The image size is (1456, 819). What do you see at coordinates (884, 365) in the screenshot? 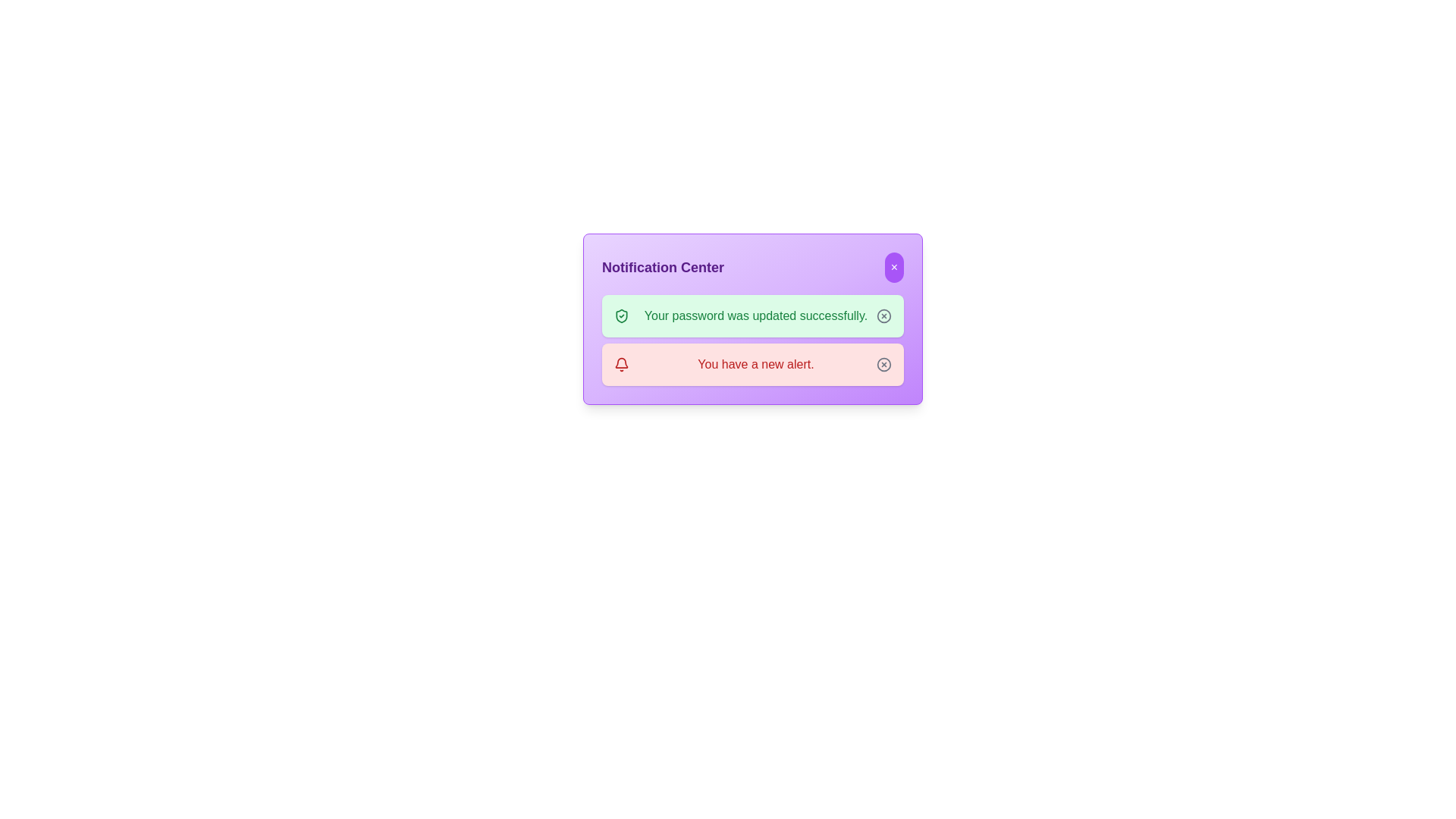
I see `the medium-sized circle with a thin border that is part of the close icon in the notification interface` at bounding box center [884, 365].